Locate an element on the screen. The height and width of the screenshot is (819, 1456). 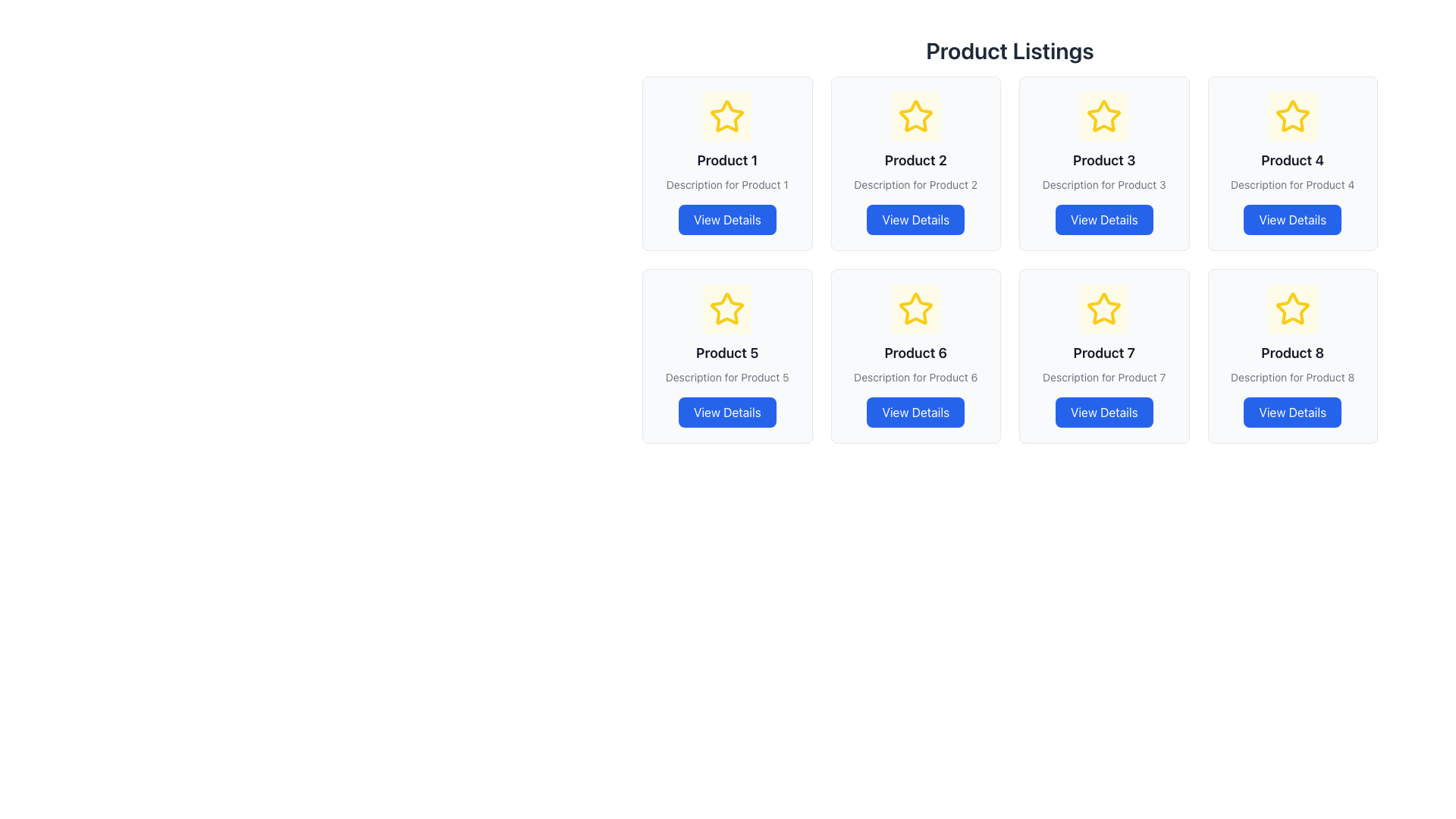
text label displaying 'Product 7' located in the second row, third column of a 4x2 grid is located at coordinates (1104, 353).